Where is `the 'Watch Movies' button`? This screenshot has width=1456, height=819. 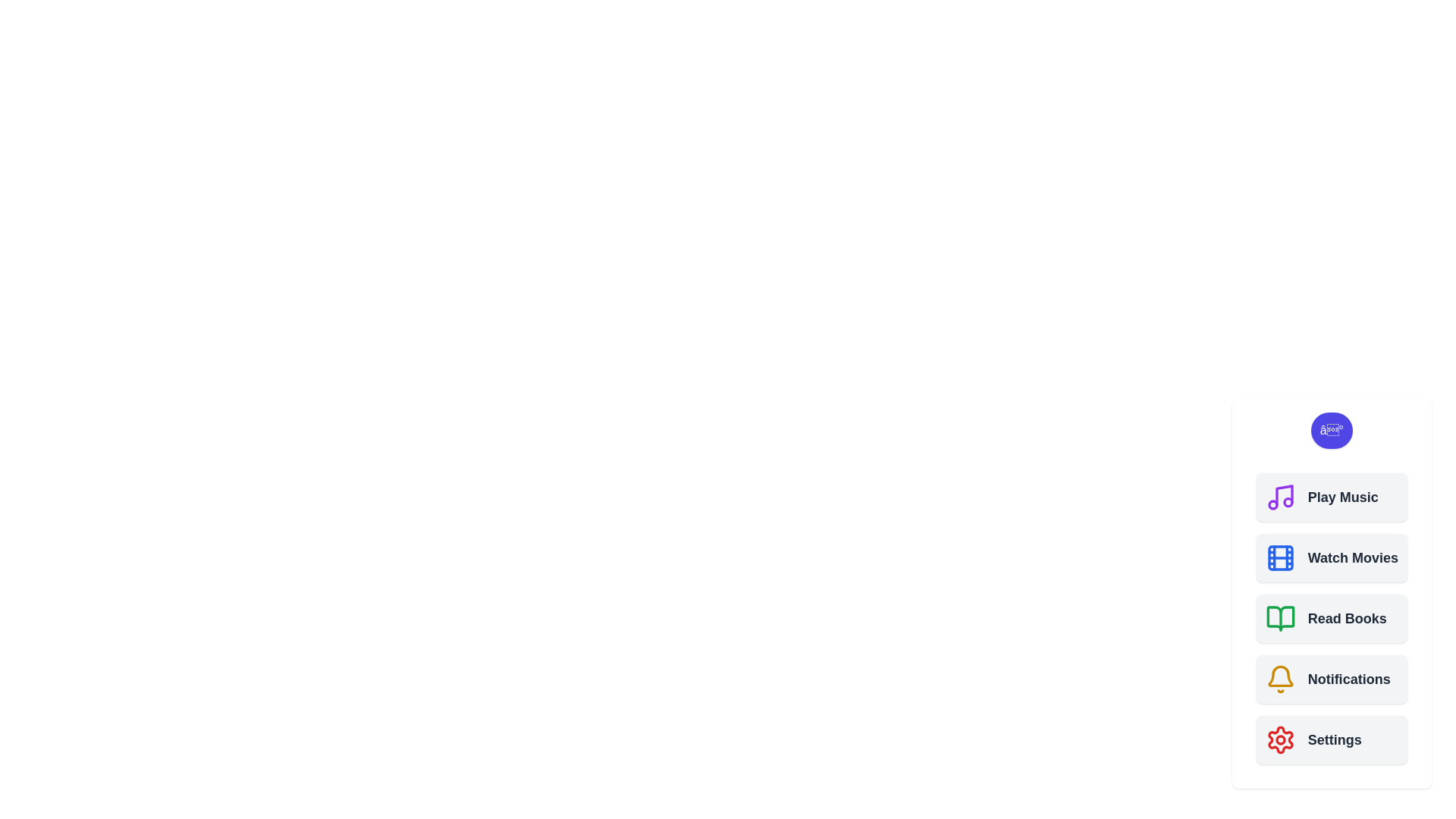 the 'Watch Movies' button is located at coordinates (1331, 558).